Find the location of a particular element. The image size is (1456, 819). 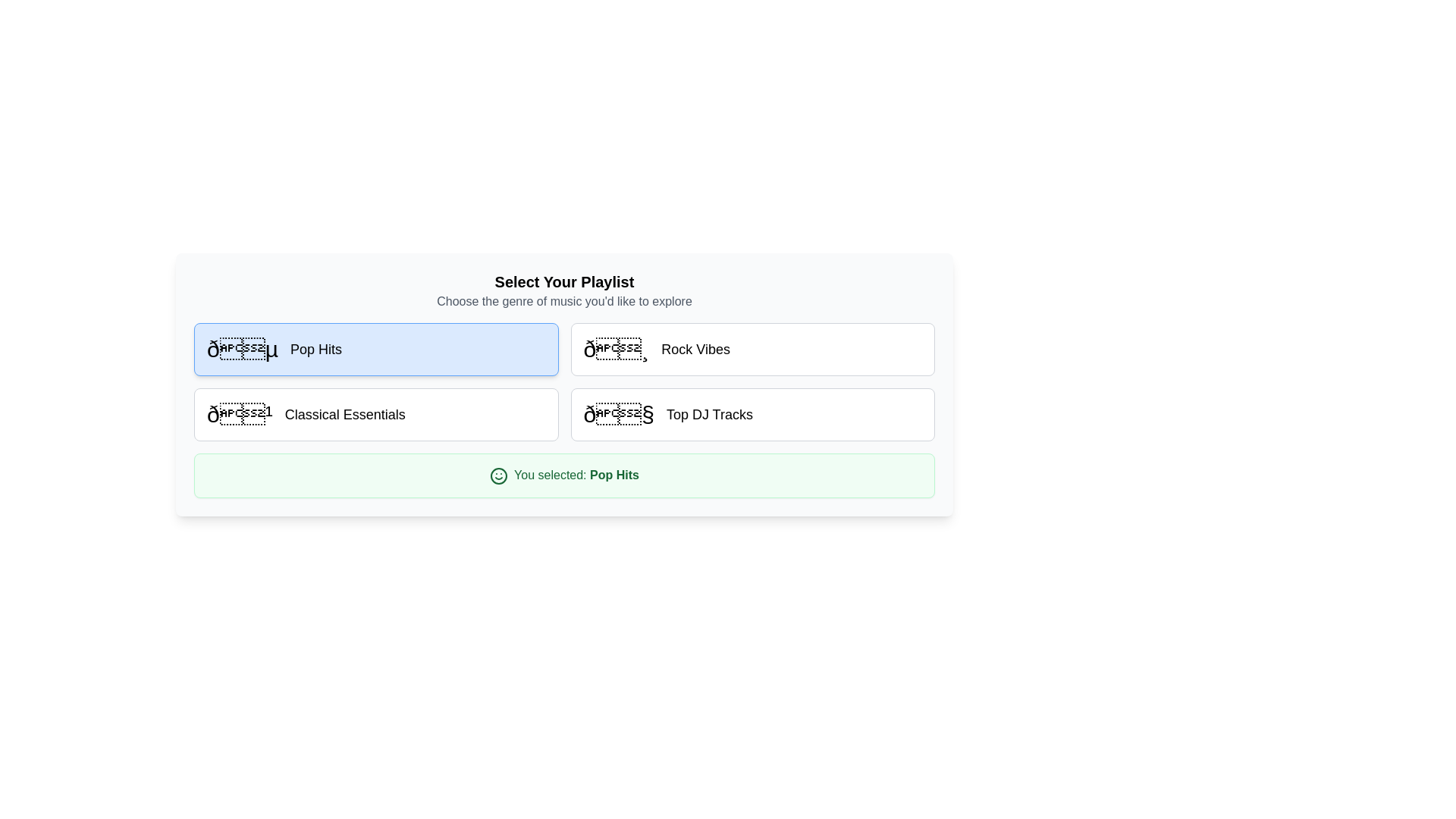

the 'Rock Vibes' playlist selection button located in the top-right corner of the grid layout is located at coordinates (752, 350).